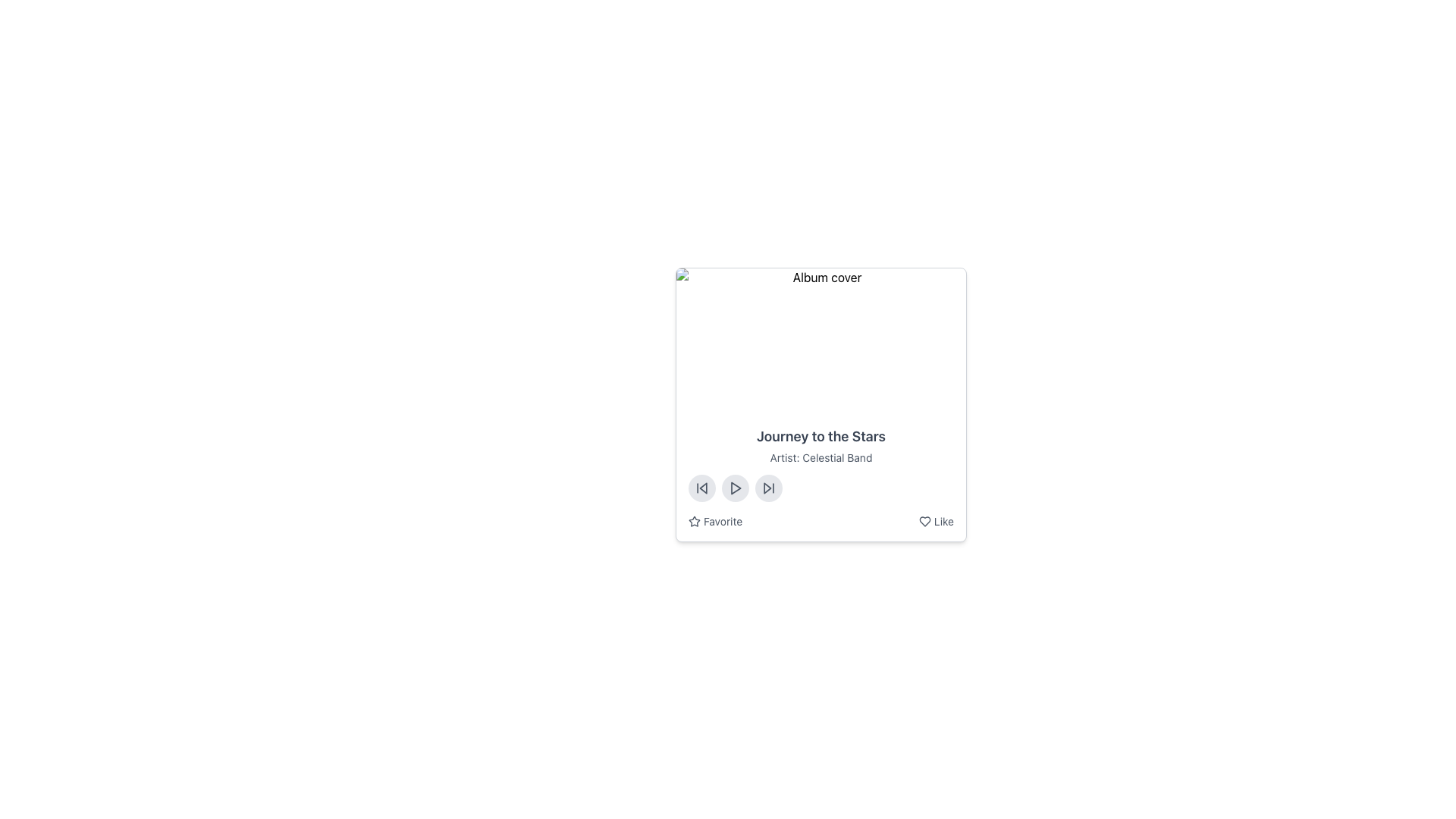 This screenshot has width=1456, height=819. Describe the element at coordinates (735, 488) in the screenshot. I see `the play icon located in the middle button of the control panel to initiate playback` at that location.